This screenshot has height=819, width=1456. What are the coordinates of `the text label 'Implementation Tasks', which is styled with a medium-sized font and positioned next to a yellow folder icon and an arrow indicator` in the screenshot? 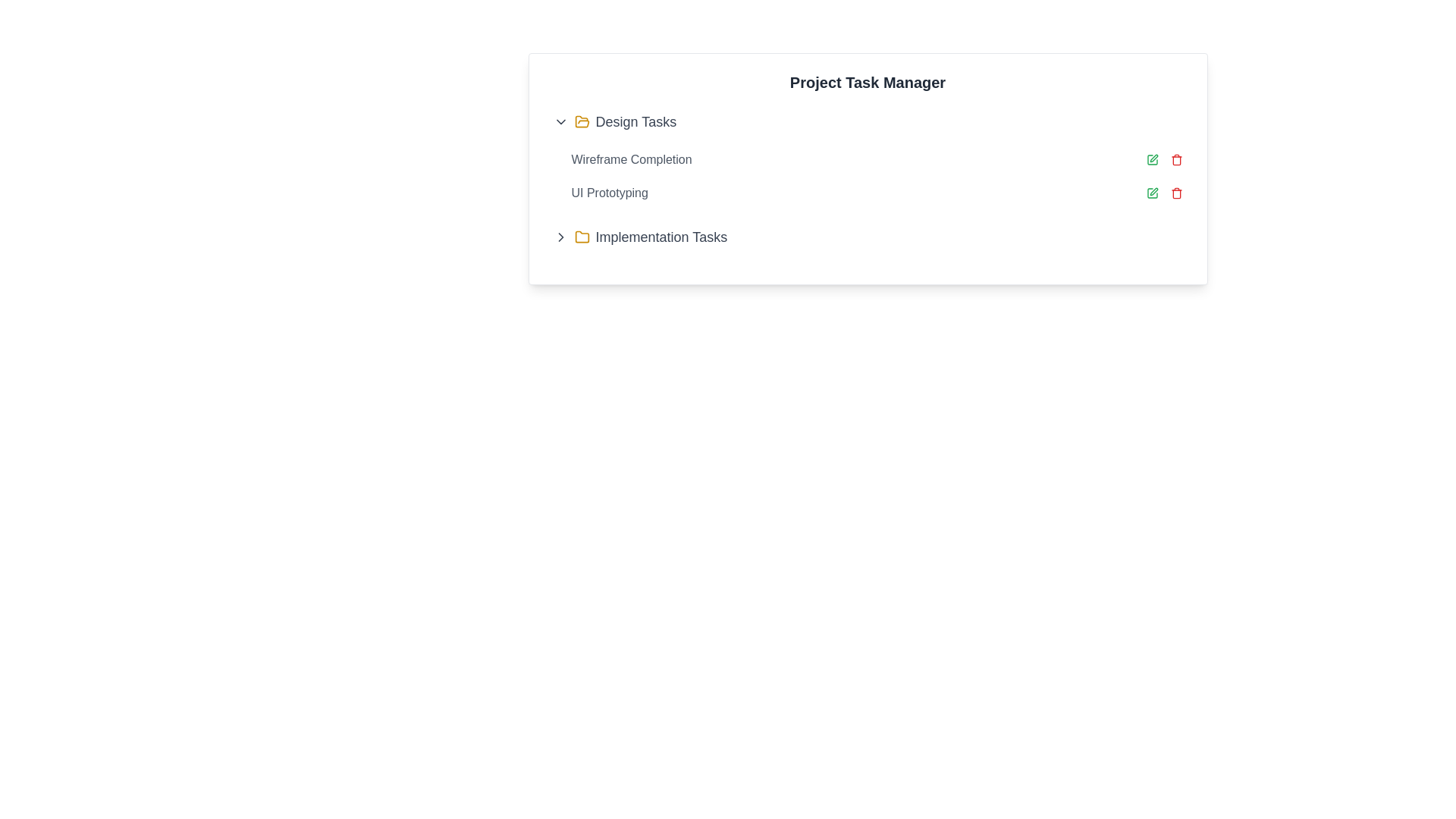 It's located at (661, 237).